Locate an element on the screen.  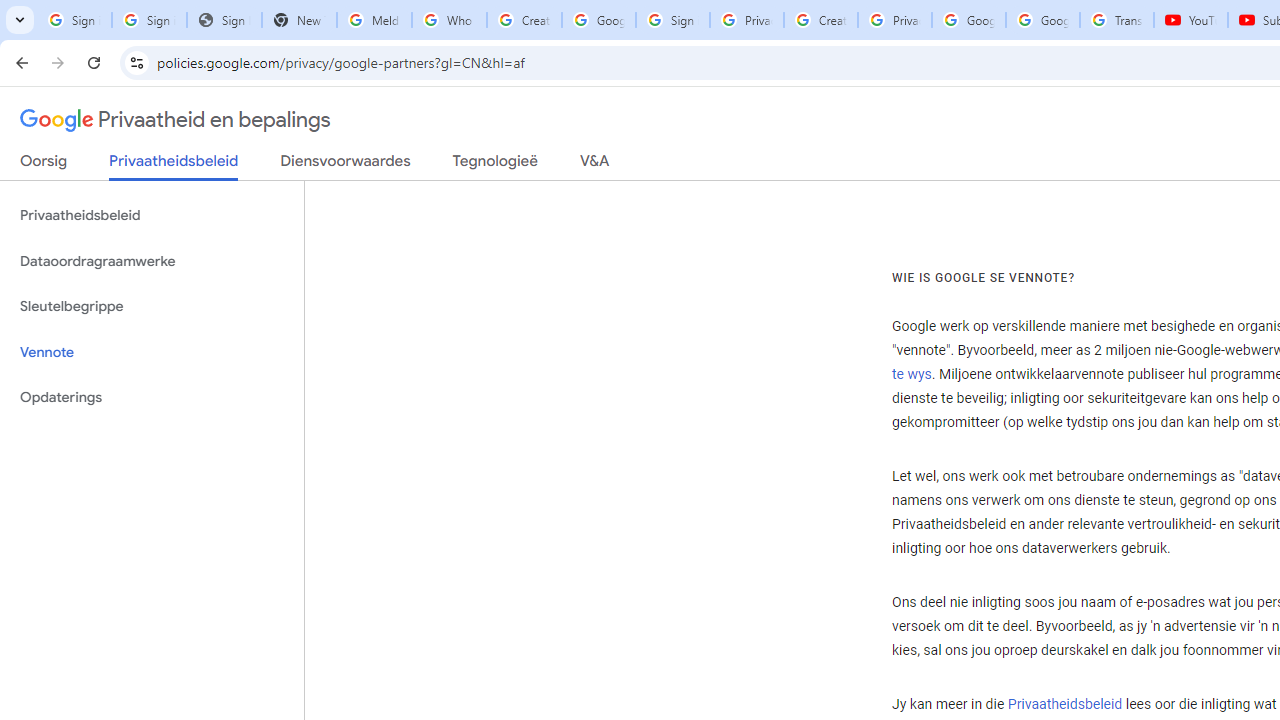
'New Tab' is located at coordinates (298, 20).